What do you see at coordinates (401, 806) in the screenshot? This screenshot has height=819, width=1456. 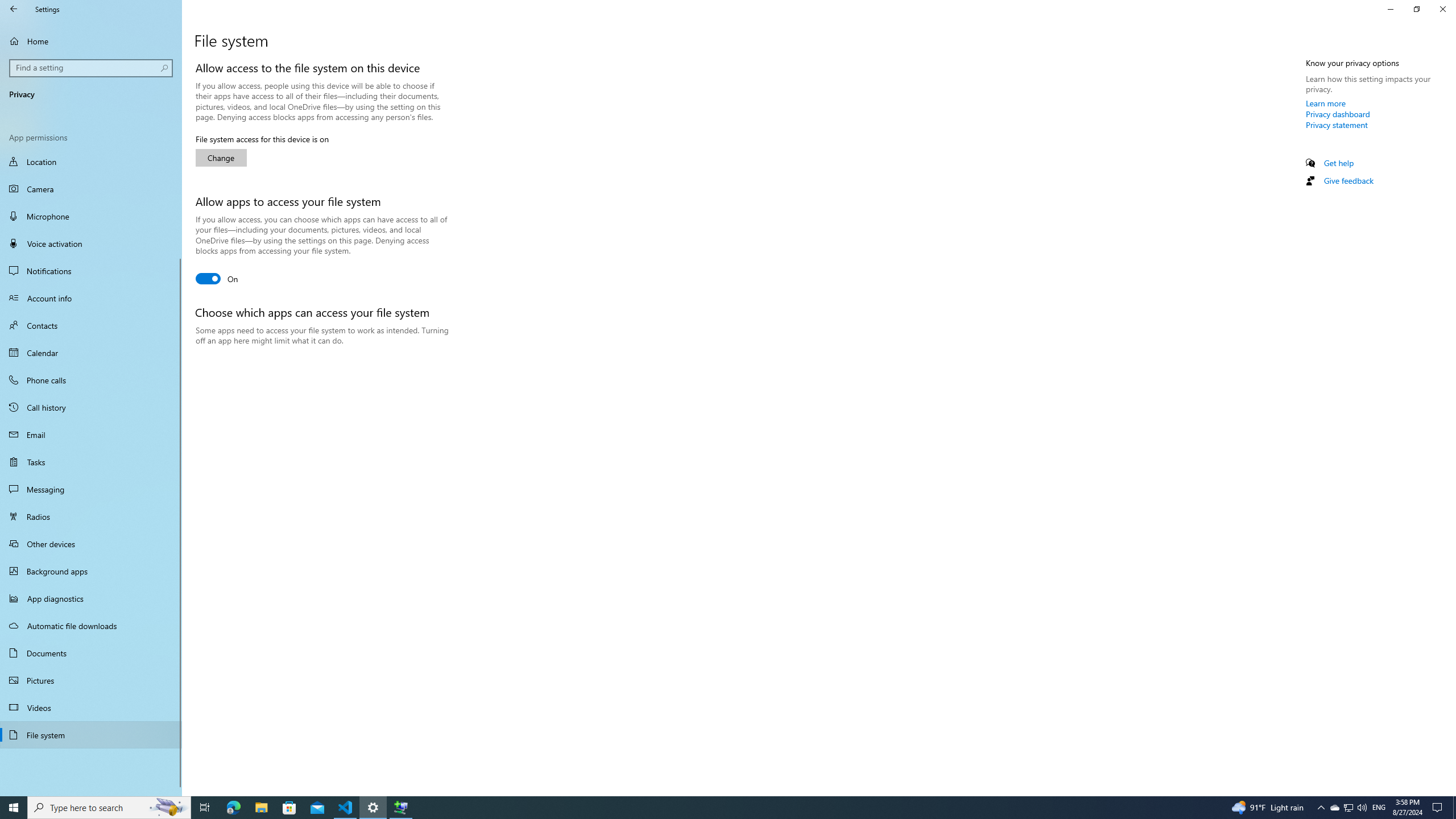 I see `'Extensible Wizards Host Process - 1 running window'` at bounding box center [401, 806].